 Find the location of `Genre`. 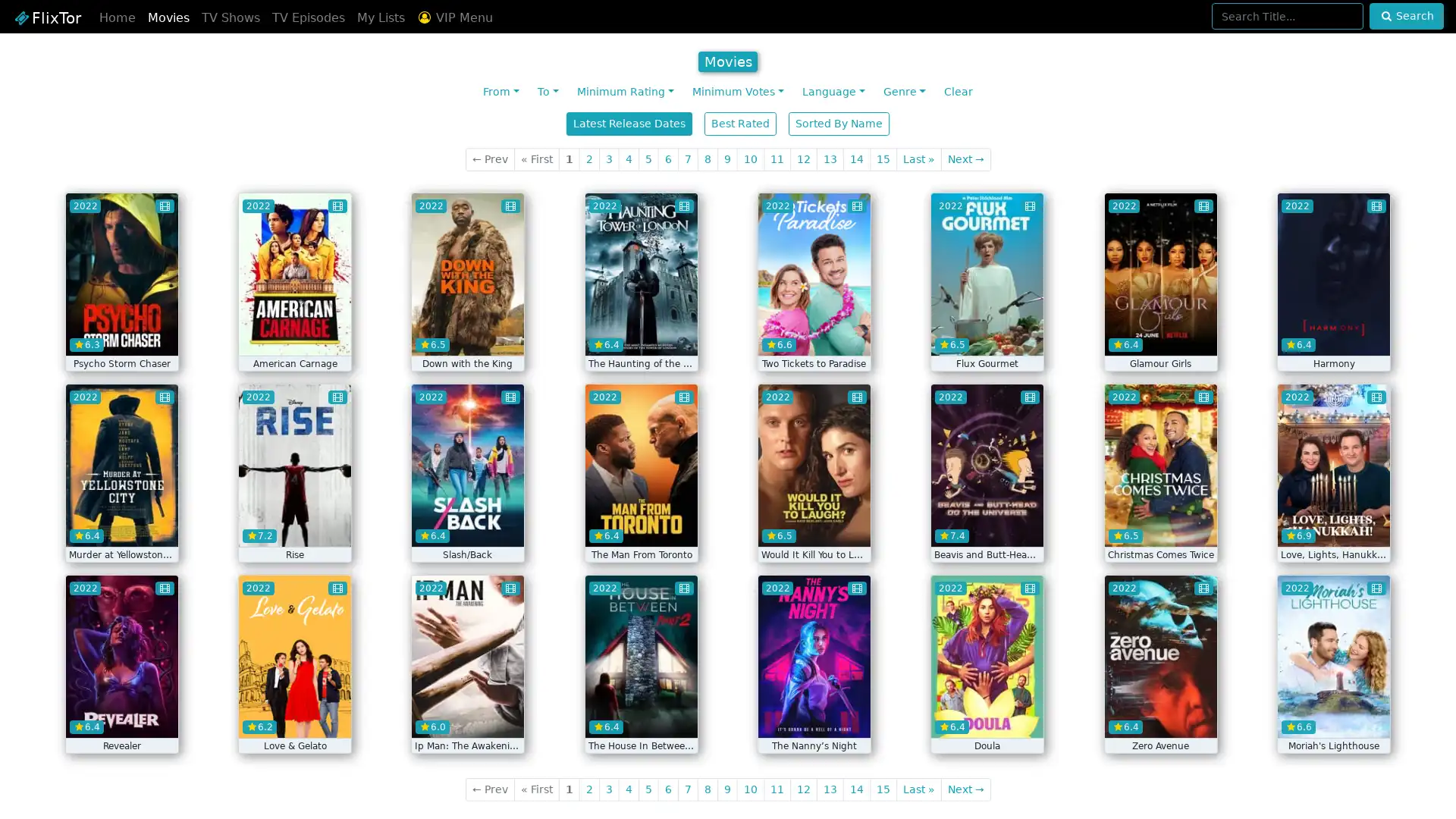

Genre is located at coordinates (903, 92).